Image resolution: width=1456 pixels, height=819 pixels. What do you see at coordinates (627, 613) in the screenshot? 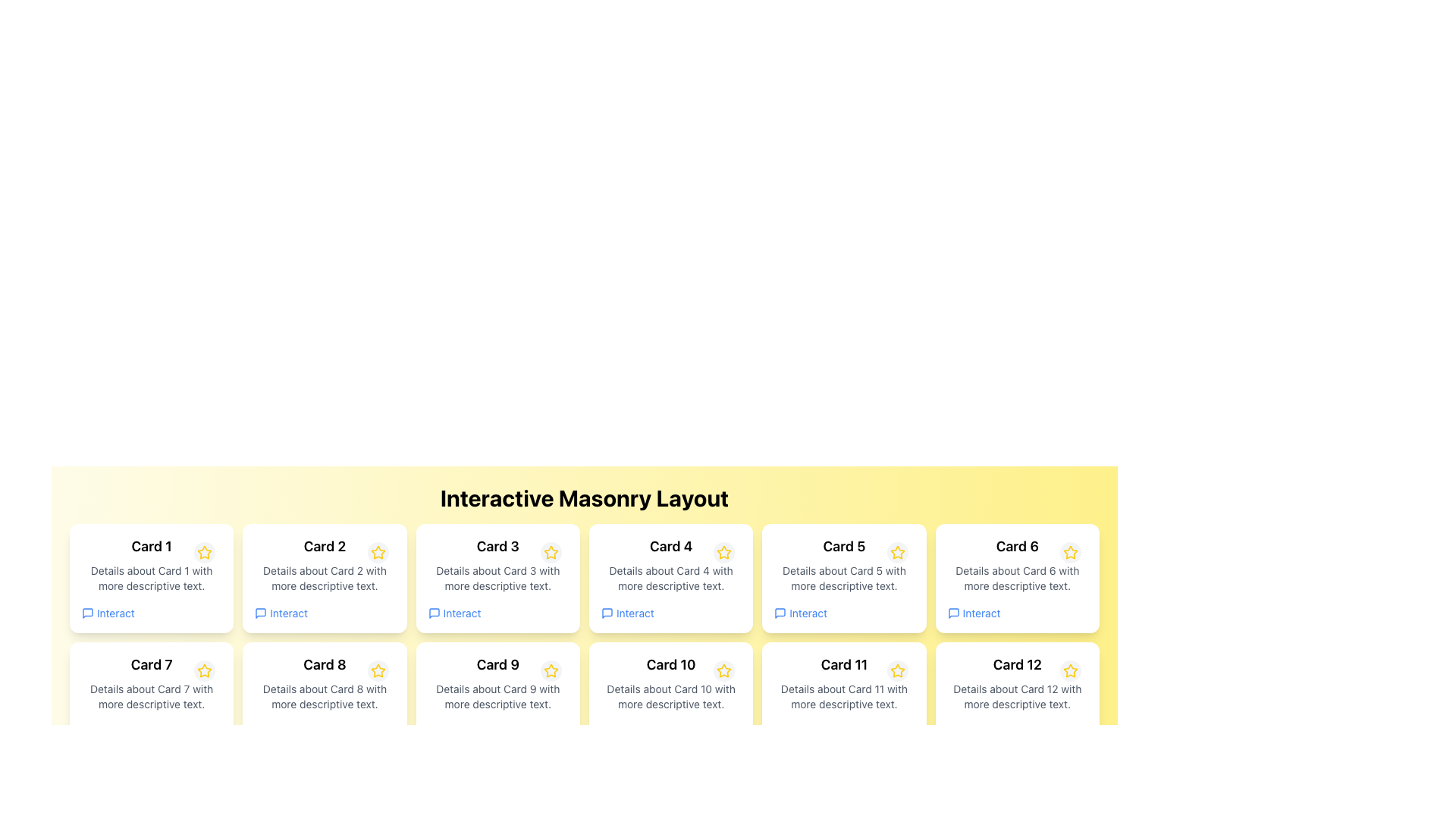
I see `the hyperlink element styled as text with an associated icon located at the bottom of 'Card 4'` at bounding box center [627, 613].